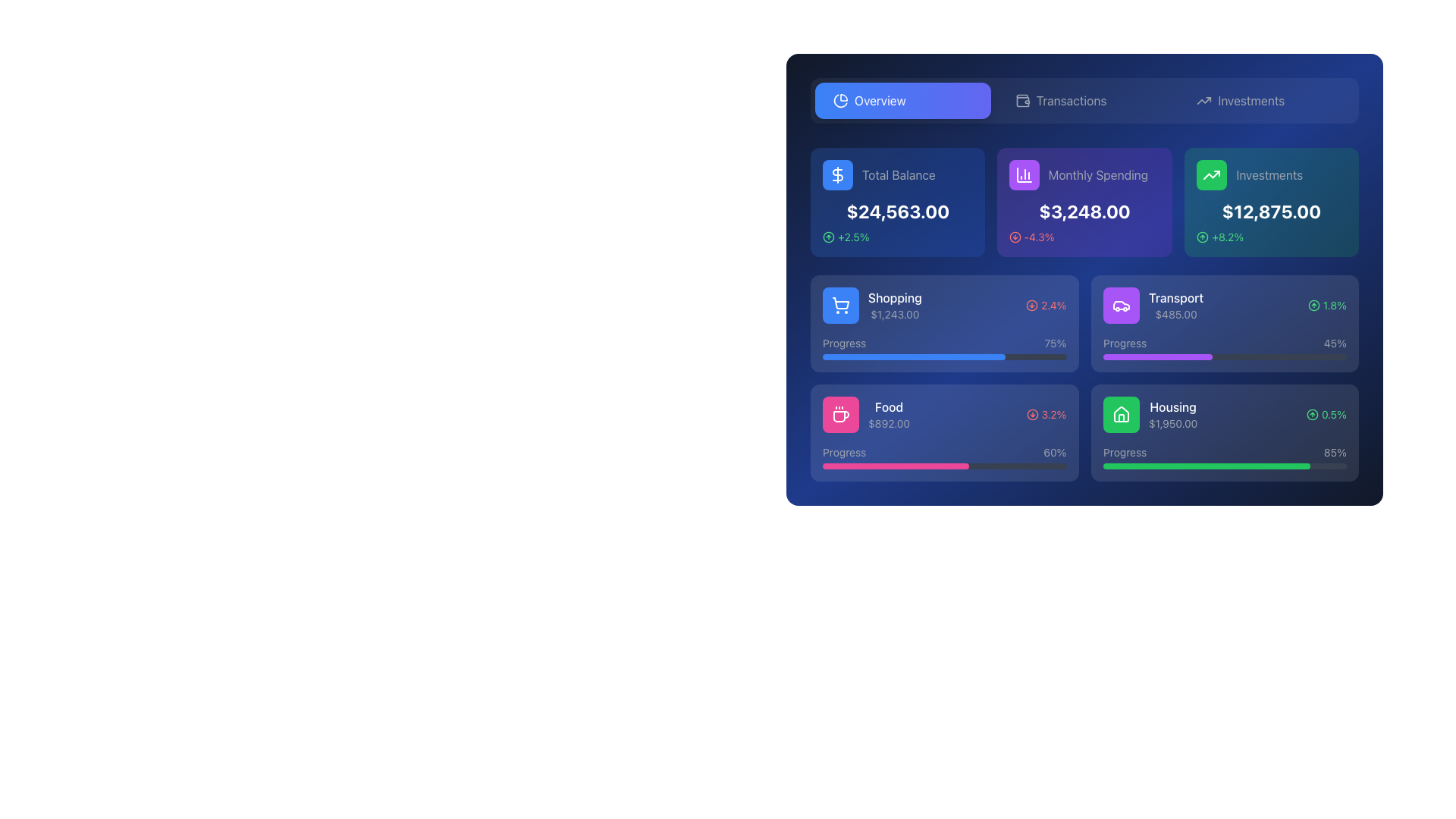 The image size is (1456, 819). I want to click on the currency icon located in the top-left section of the interface within the 'Total Balance' card segment, so click(836, 174).